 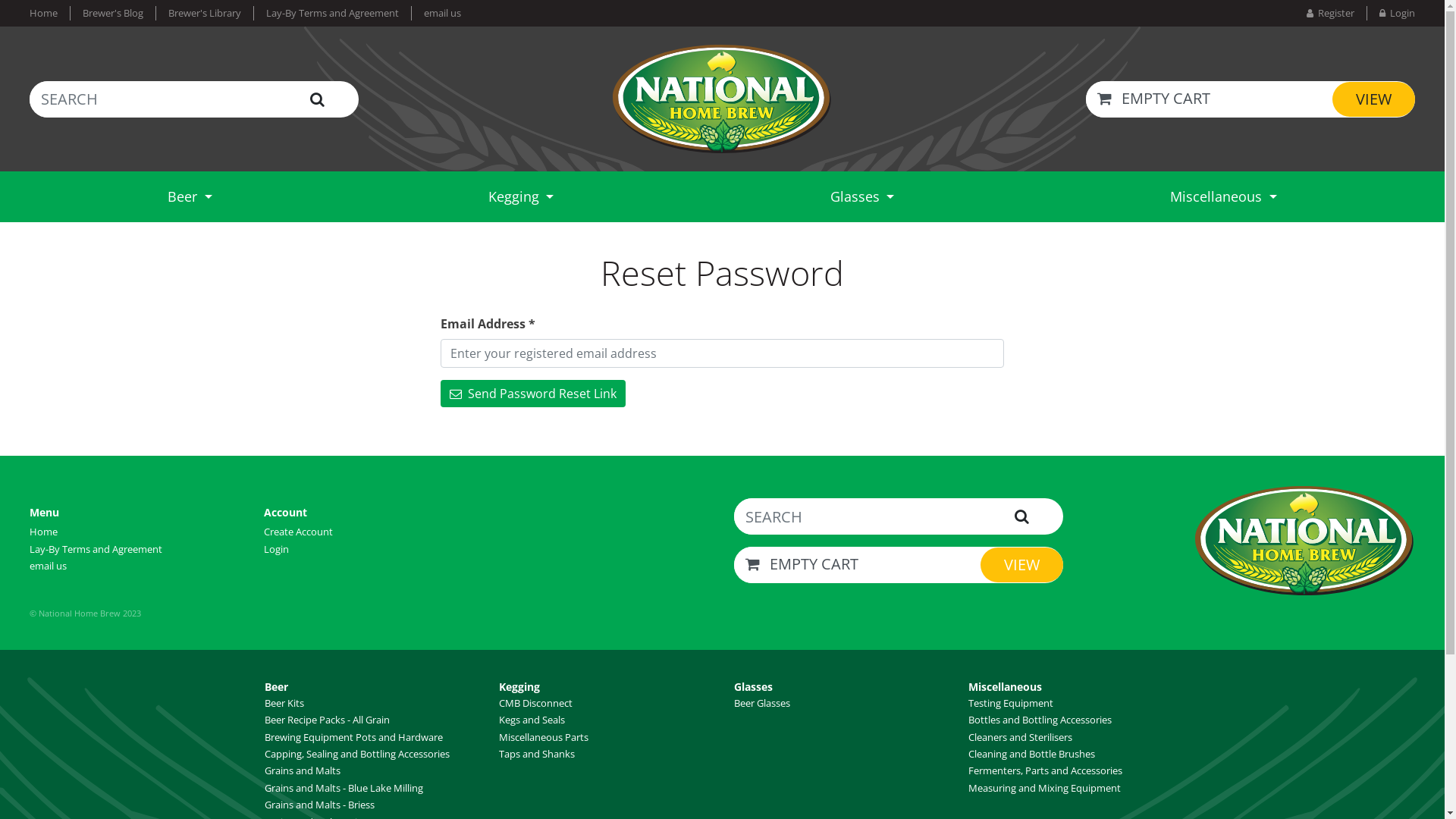 I want to click on 'Home', so click(x=29, y=13).